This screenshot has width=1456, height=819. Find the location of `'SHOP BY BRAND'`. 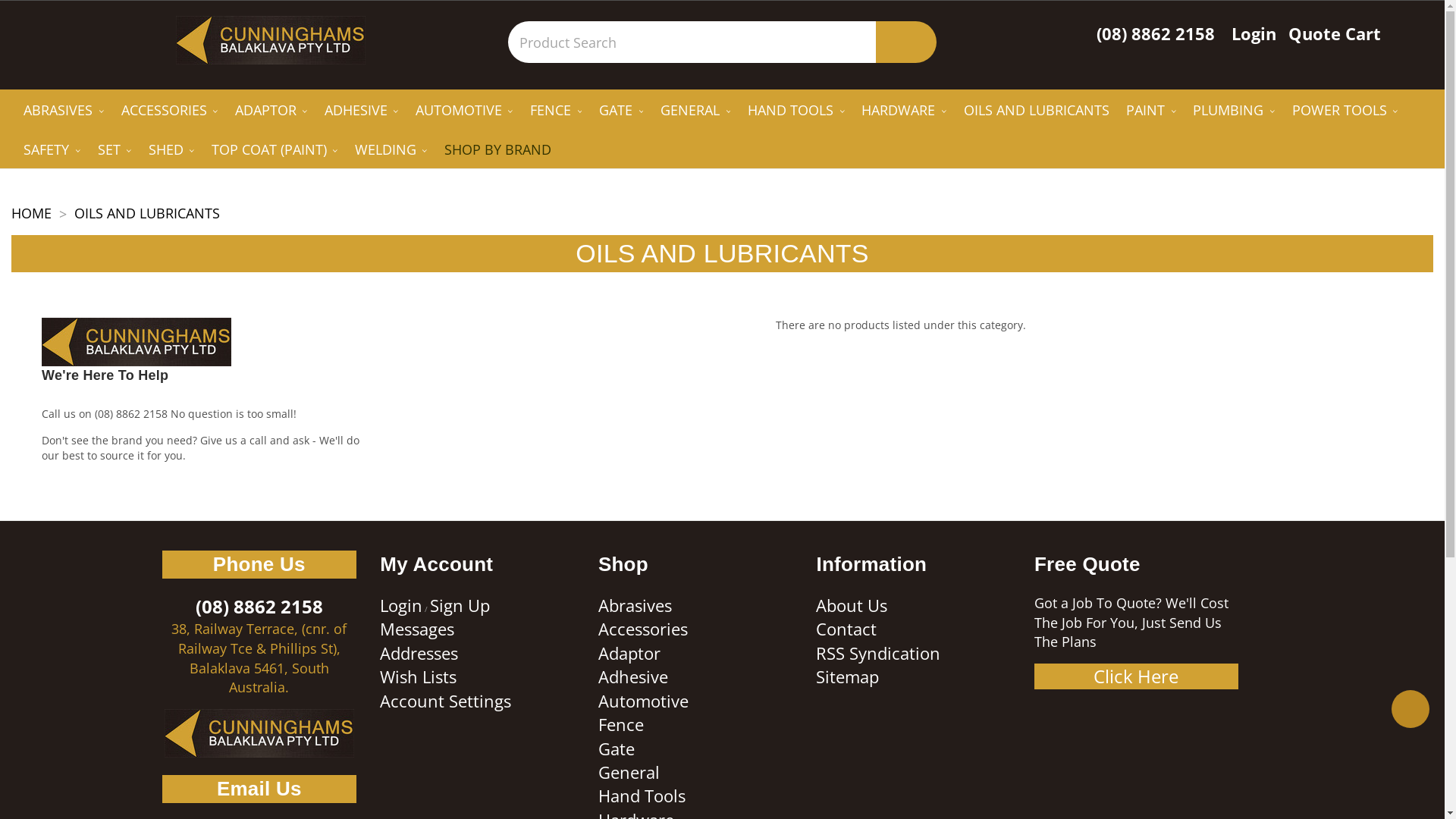

'SHOP BY BRAND' is located at coordinates (498, 151).